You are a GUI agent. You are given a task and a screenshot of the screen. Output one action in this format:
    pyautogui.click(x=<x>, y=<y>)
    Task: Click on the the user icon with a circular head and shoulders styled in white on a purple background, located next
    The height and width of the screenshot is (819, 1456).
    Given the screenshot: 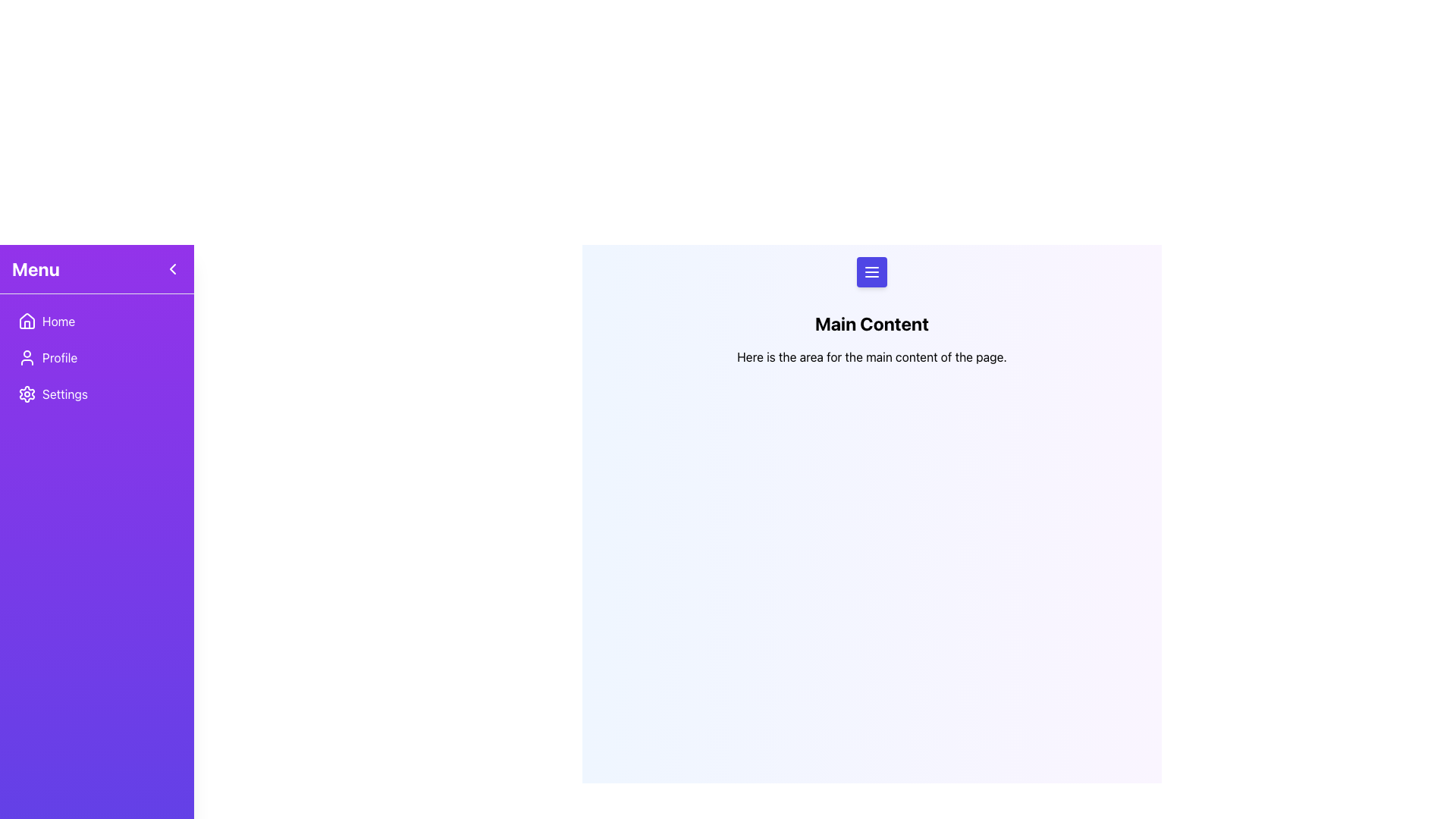 What is the action you would take?
    pyautogui.click(x=27, y=357)
    